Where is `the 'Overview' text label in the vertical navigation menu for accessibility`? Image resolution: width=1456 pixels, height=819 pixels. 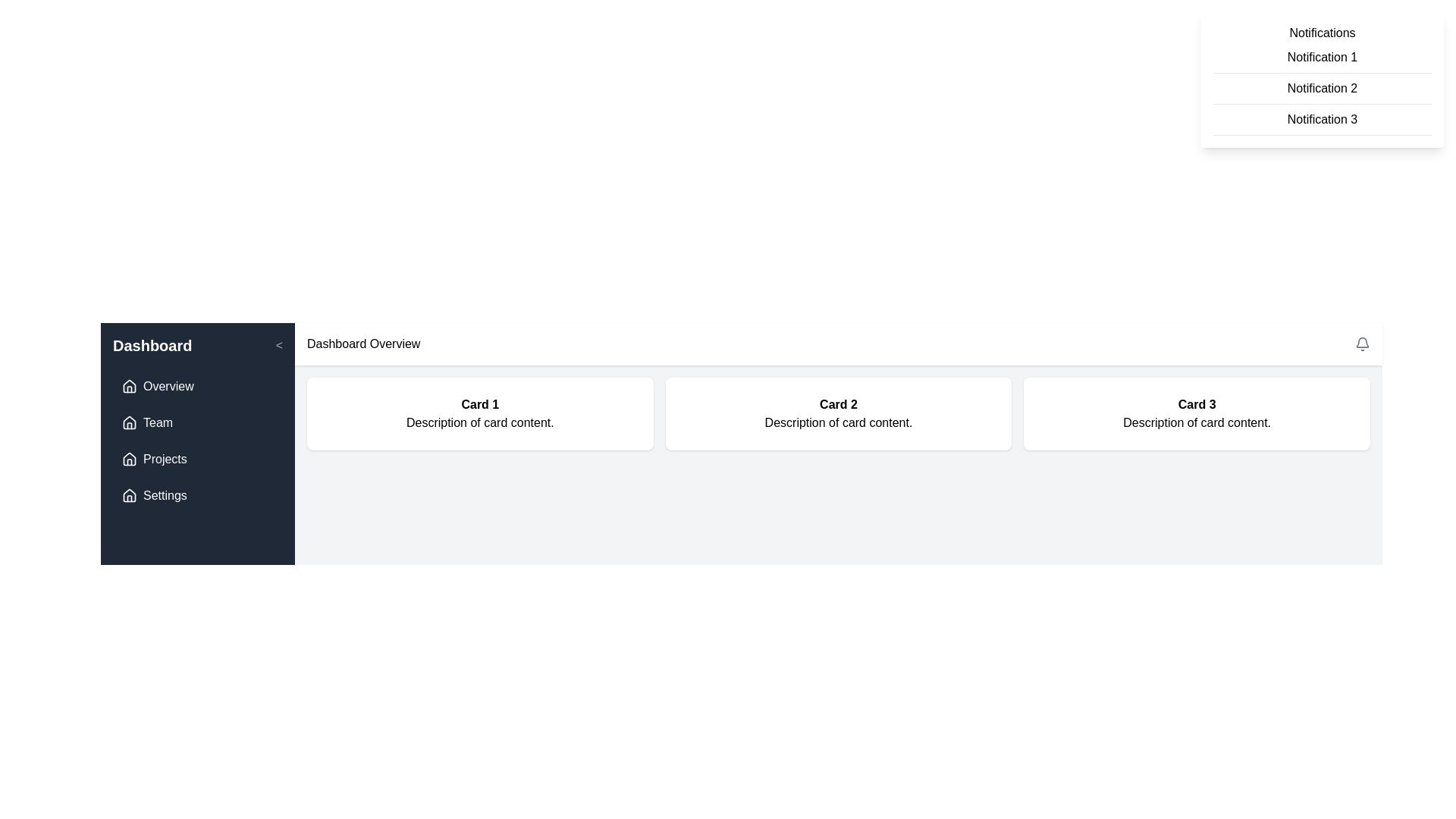 the 'Overview' text label in the vertical navigation menu for accessibility is located at coordinates (168, 385).